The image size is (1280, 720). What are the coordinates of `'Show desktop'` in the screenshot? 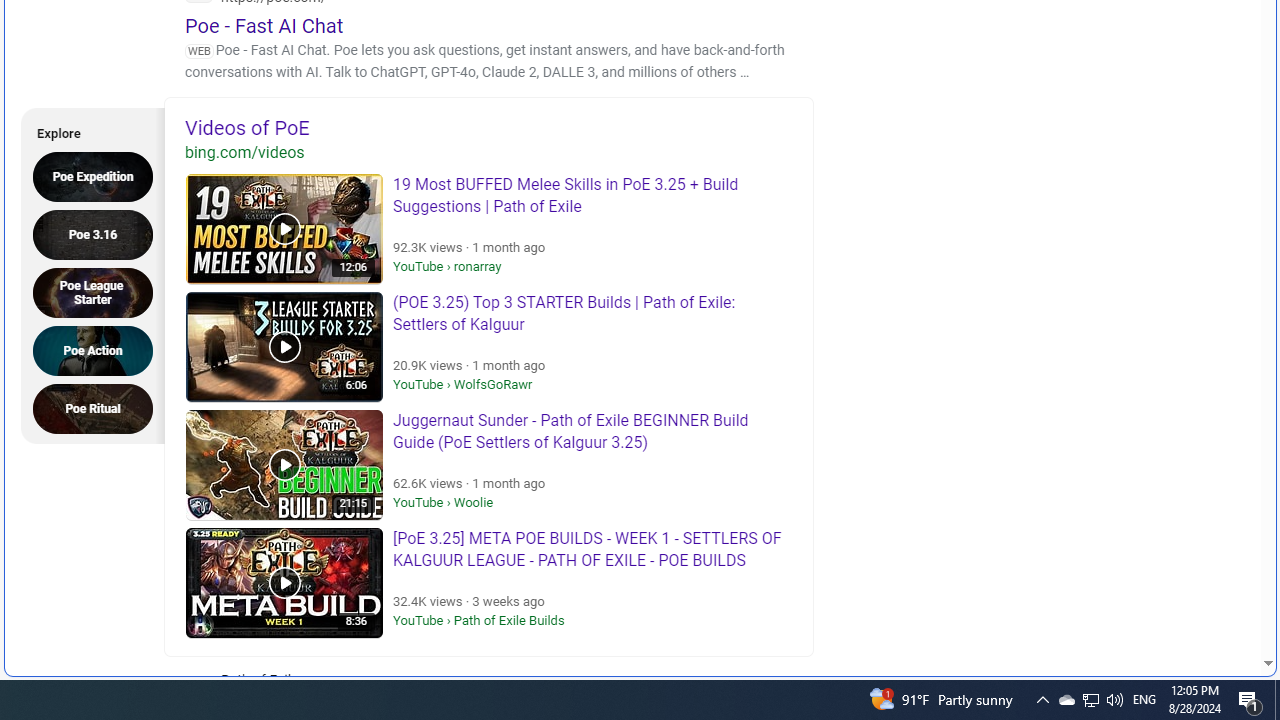 It's located at (1250, 698).